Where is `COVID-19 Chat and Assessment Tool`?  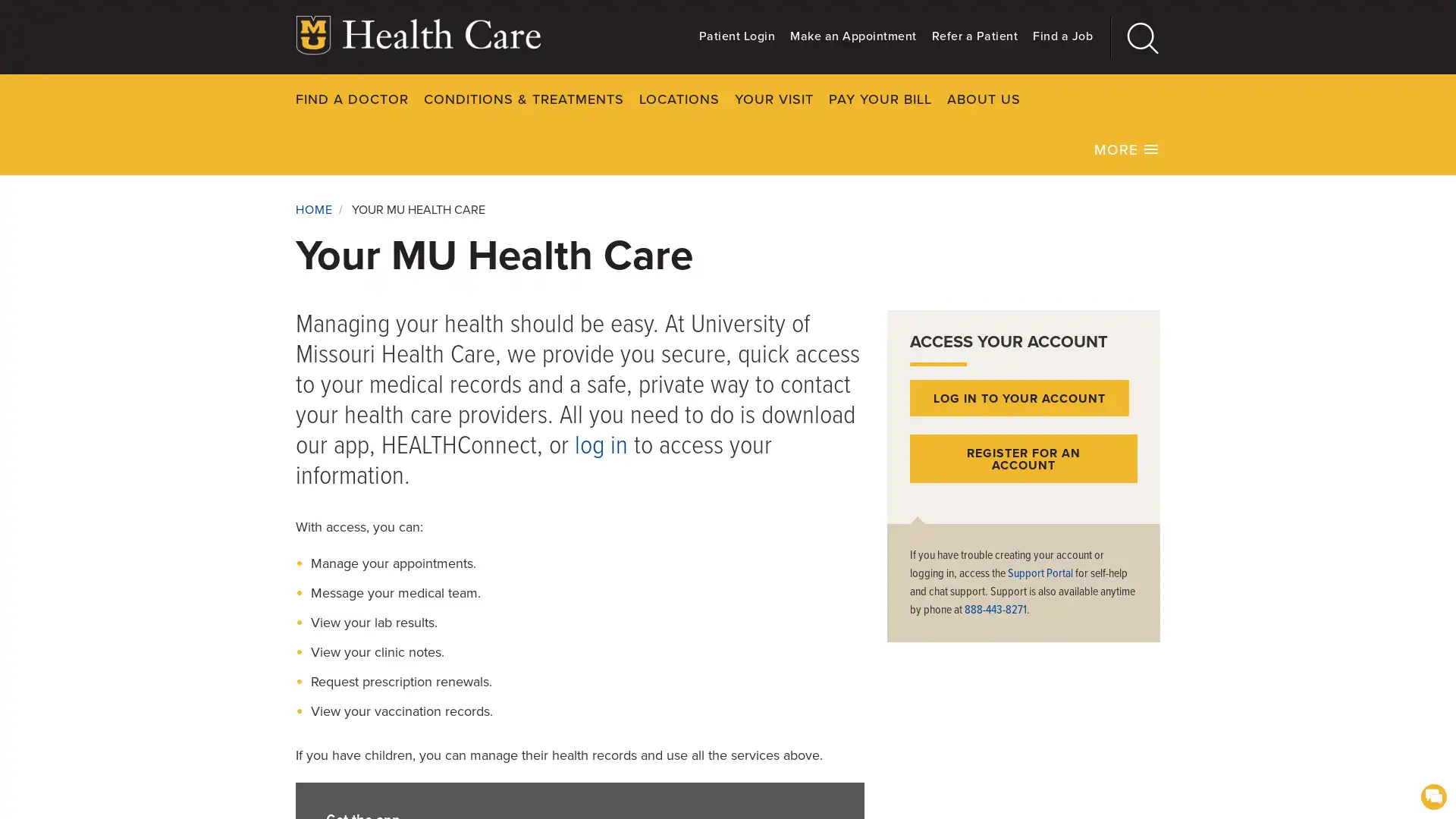
COVID-19 Chat and Assessment Tool is located at coordinates (1432, 795).